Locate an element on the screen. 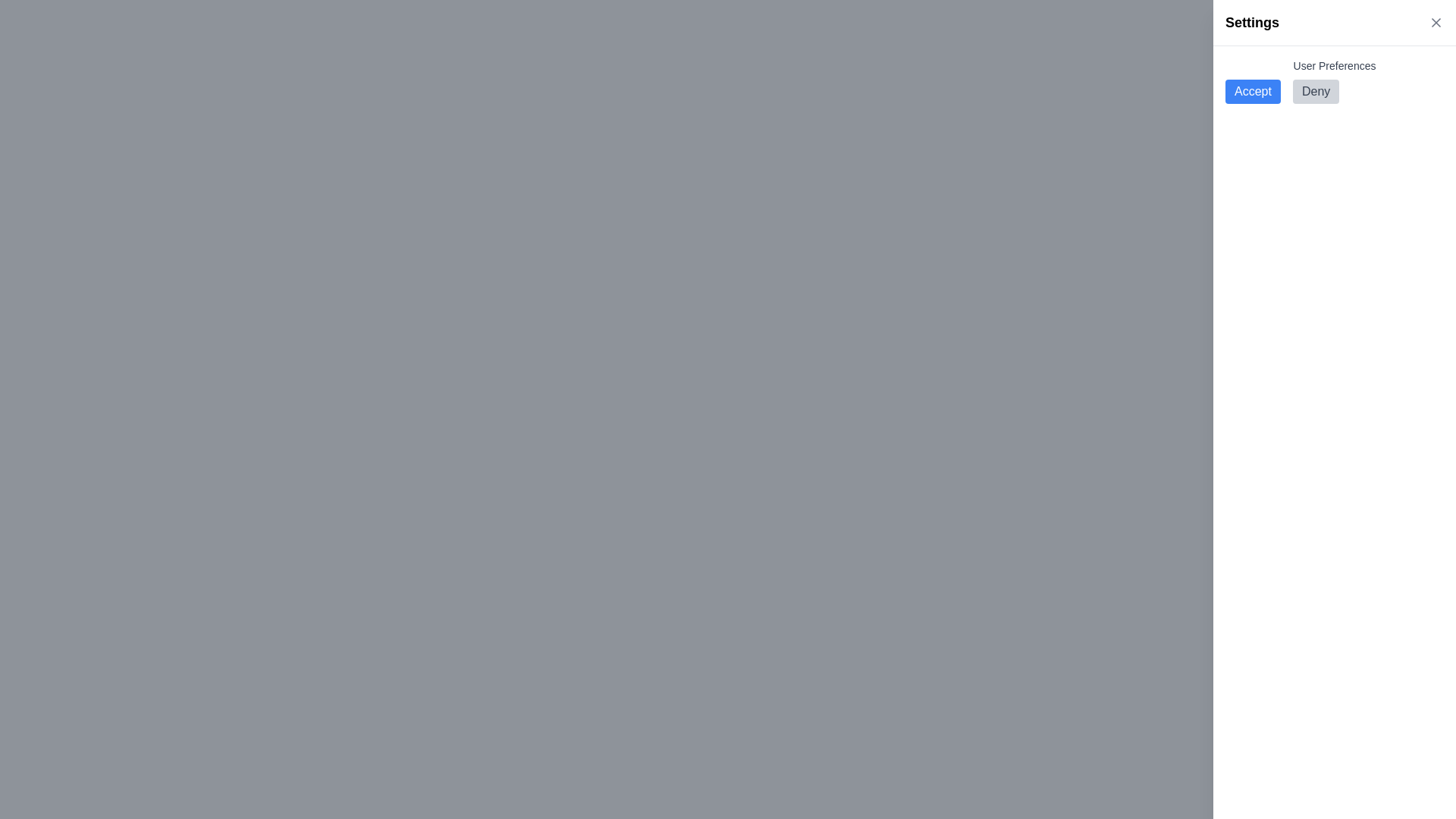  the confirm button located on the right side of the 'Settings' panel is located at coordinates (1253, 91).